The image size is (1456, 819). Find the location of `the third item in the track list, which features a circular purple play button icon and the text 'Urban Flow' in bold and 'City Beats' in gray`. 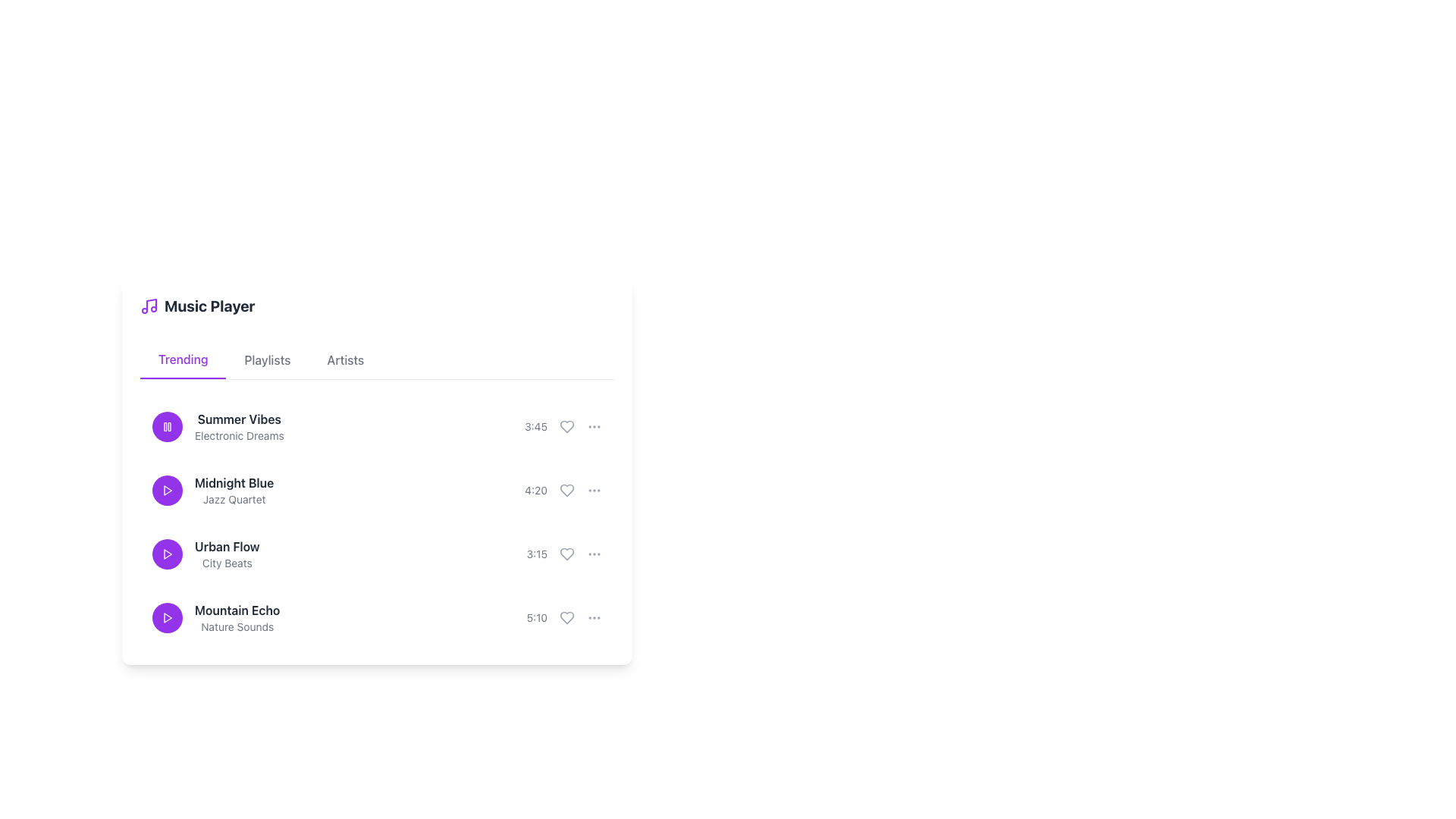

the third item in the track list, which features a circular purple play button icon and the text 'Urban Flow' in bold and 'City Beats' in gray is located at coordinates (205, 554).